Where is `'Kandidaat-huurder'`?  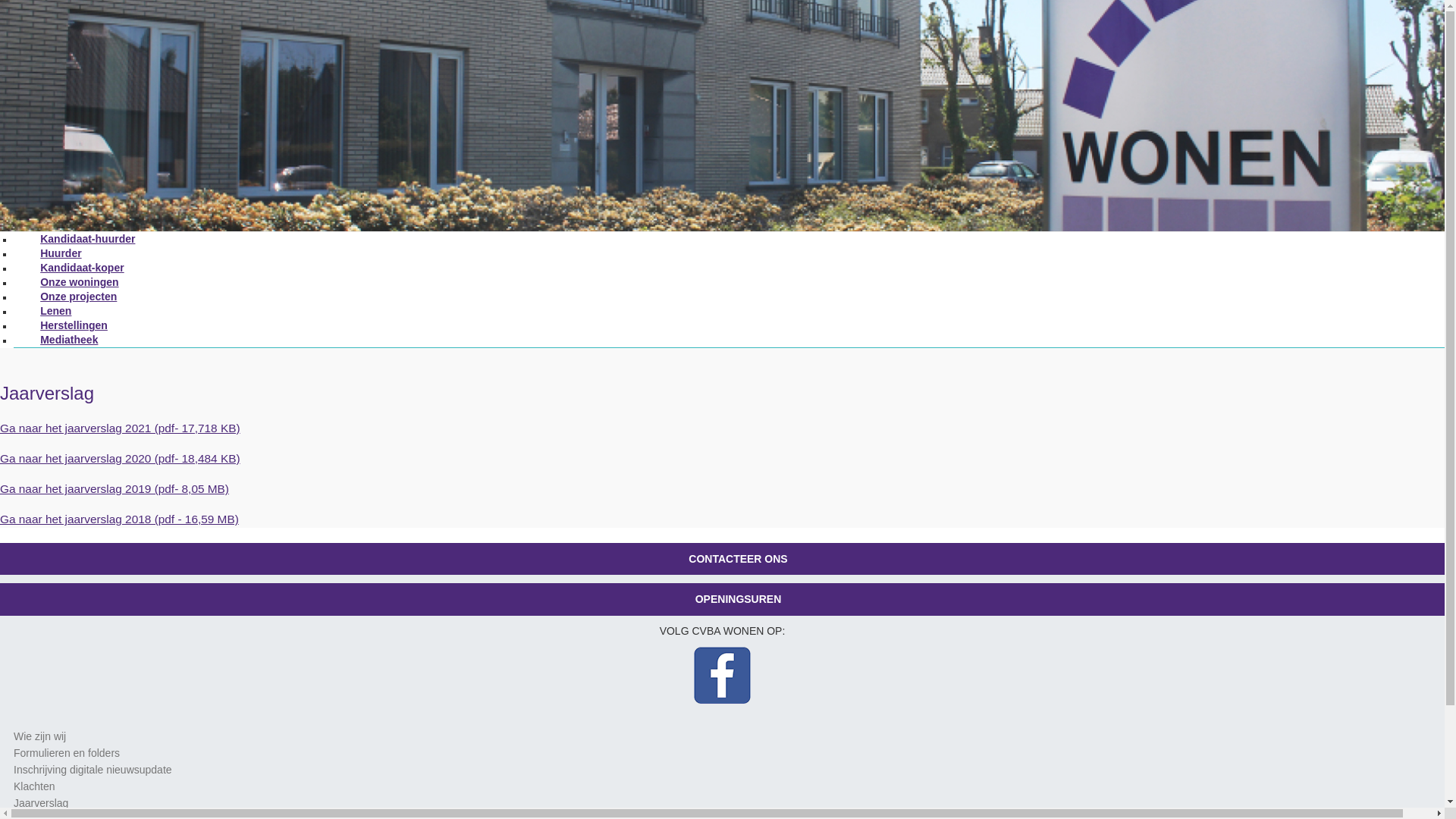
'Kandidaat-huurder' is located at coordinates (86, 239).